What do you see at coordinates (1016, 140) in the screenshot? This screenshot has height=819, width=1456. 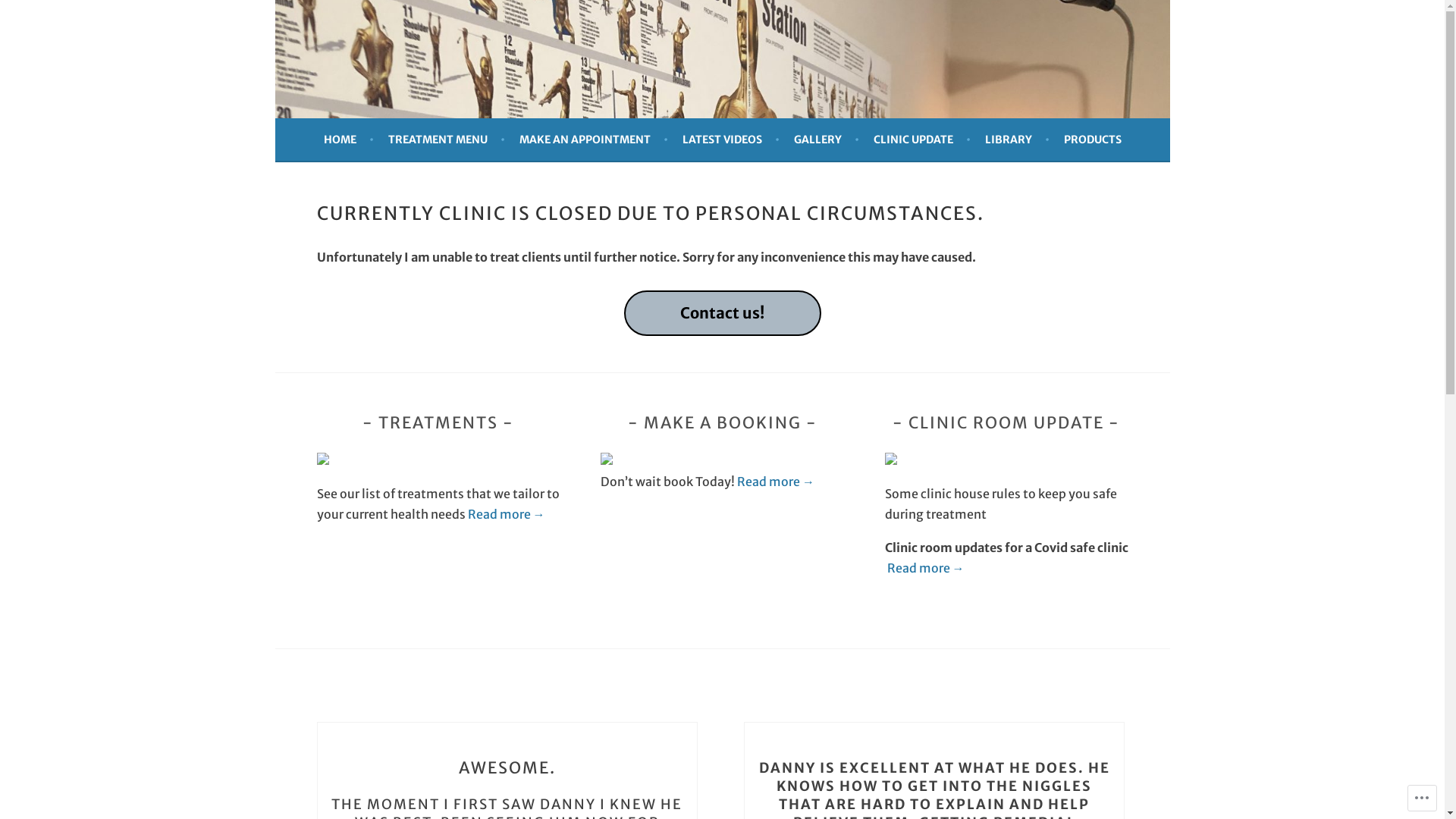 I see `'LIBRARY'` at bounding box center [1016, 140].